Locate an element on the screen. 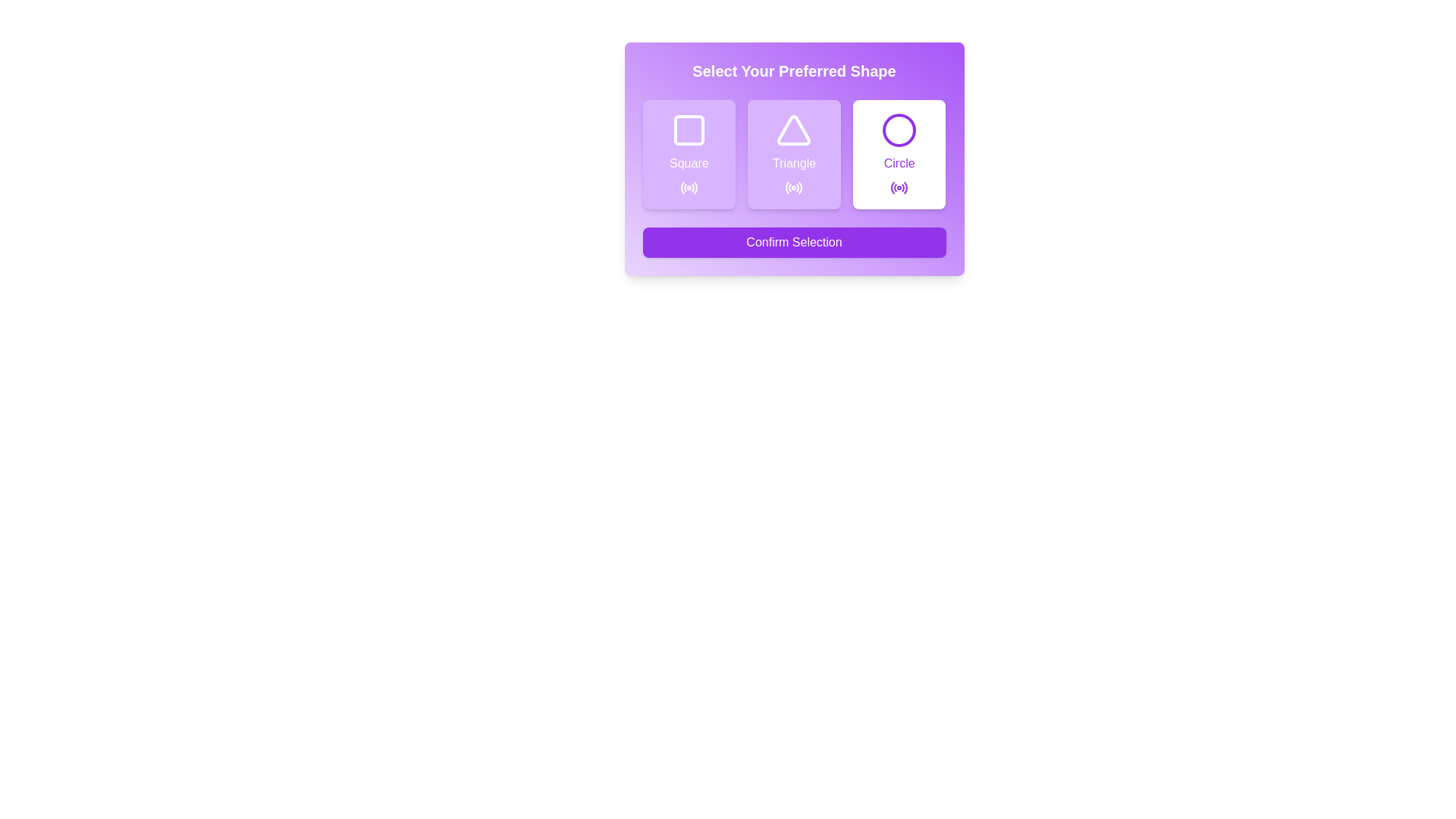  the text label 'Square' displayed in medium-sized, capitalized letters on a purple card located in the bottom section of the leftmost card in a horizontal selection group is located at coordinates (688, 164).